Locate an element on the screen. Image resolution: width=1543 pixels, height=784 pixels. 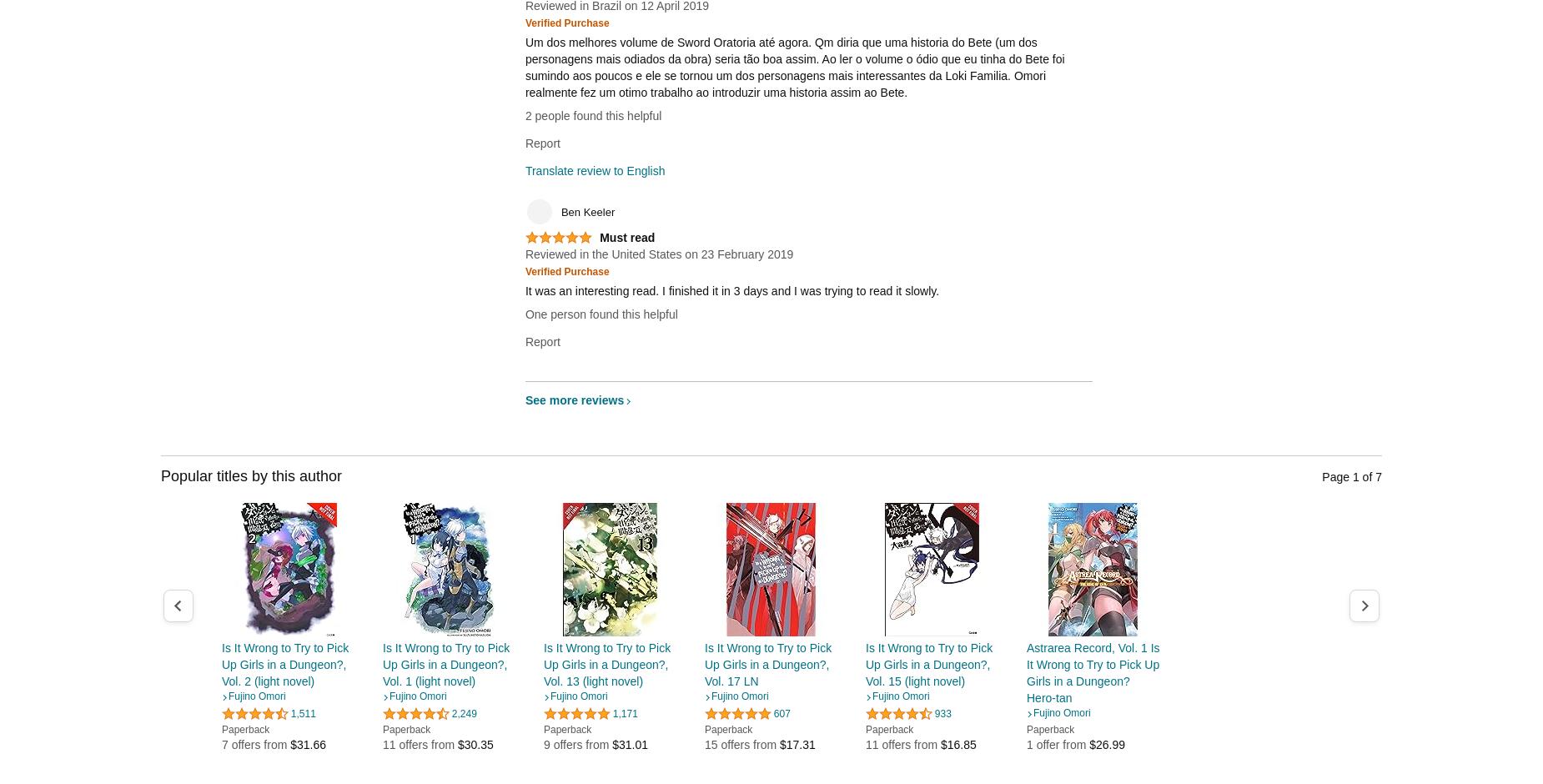
'Reviewed in the United States on 23 February 2019' is located at coordinates (658, 254).